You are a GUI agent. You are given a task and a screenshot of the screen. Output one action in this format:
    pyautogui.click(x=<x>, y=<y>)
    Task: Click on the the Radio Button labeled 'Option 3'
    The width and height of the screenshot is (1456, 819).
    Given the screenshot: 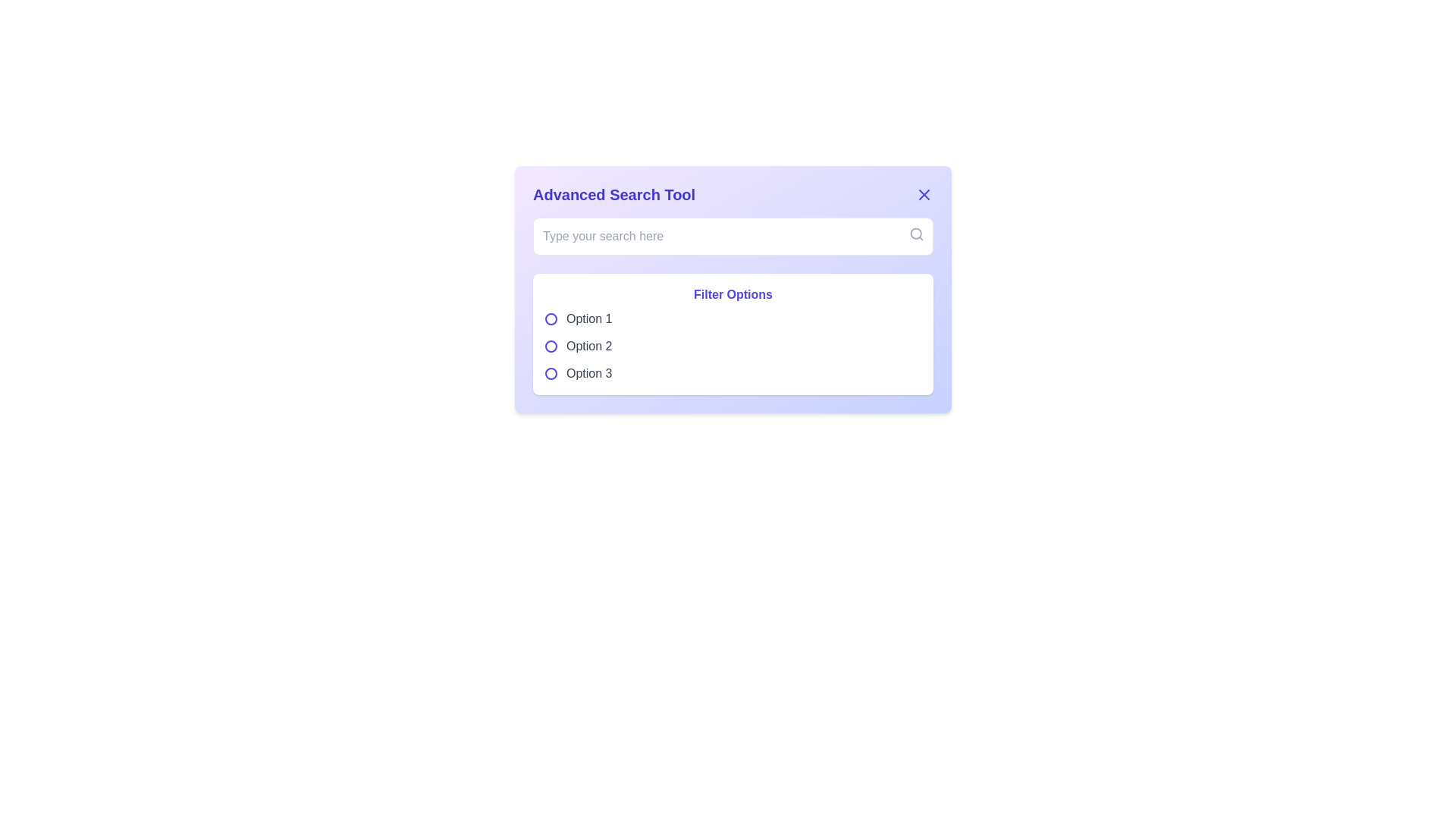 What is the action you would take?
    pyautogui.click(x=733, y=374)
    